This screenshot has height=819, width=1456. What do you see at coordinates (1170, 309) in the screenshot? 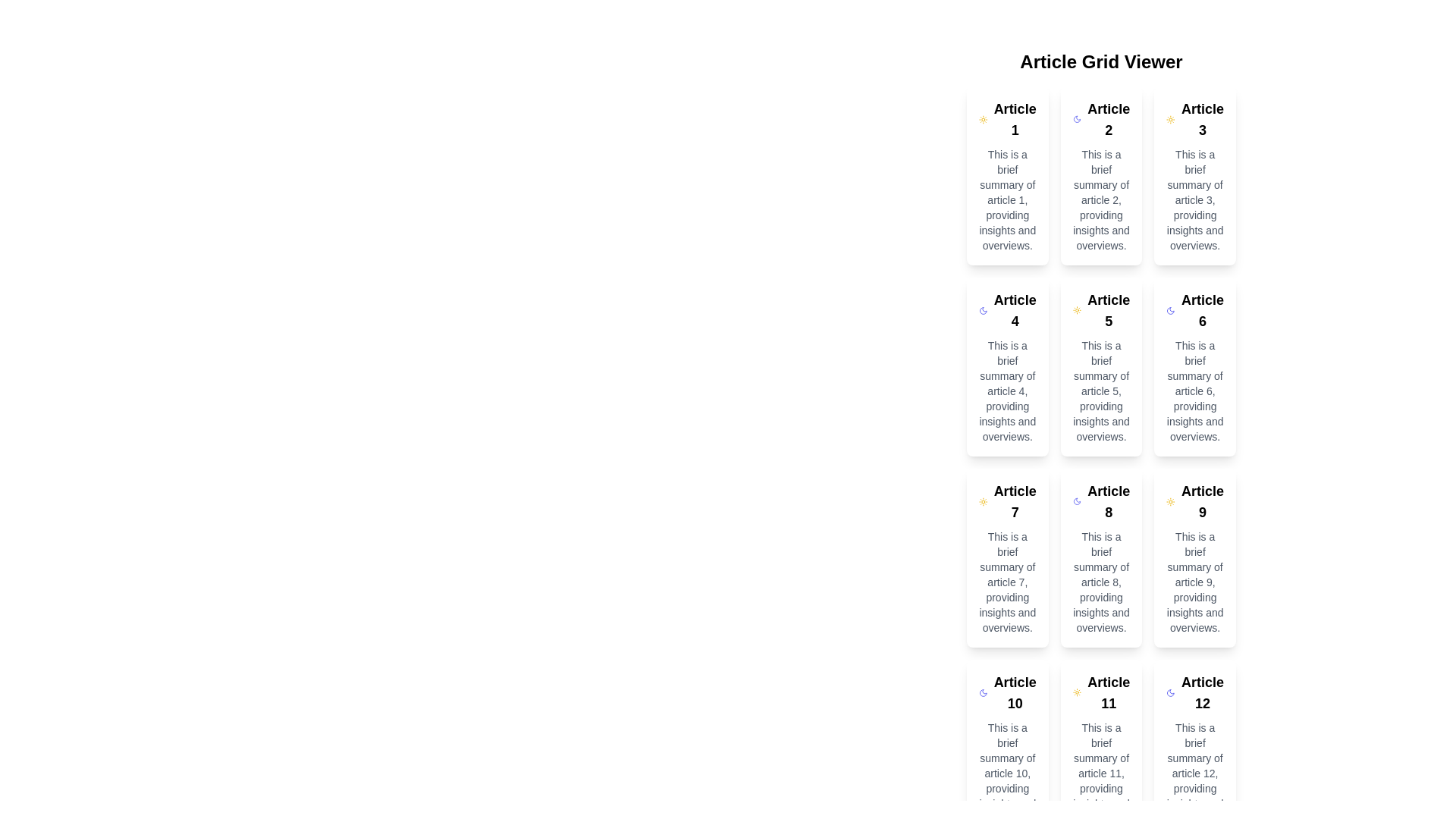
I see `the crescent moon icon representing the night theme located in the top-left corner of the 'Article 2' card` at bounding box center [1170, 309].